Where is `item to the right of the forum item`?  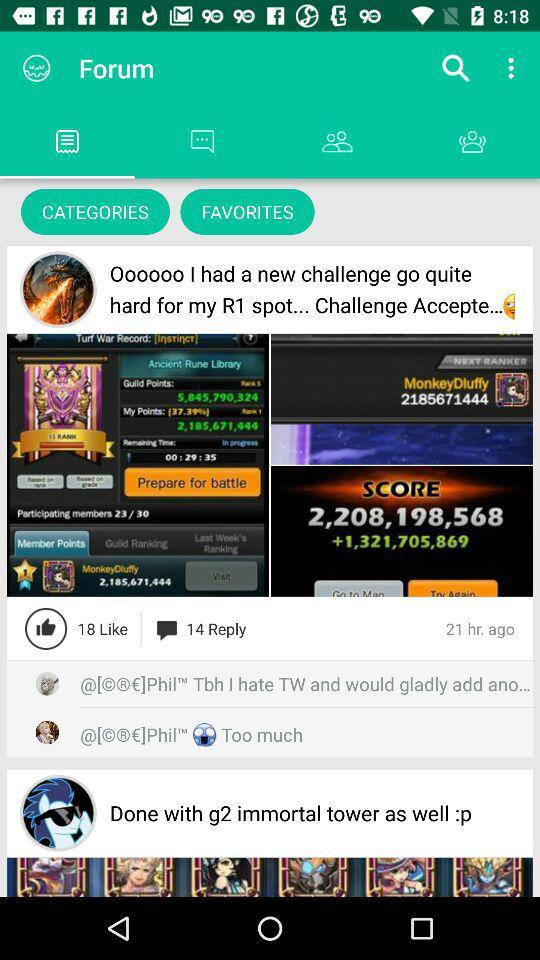
item to the right of the forum item is located at coordinates (455, 68).